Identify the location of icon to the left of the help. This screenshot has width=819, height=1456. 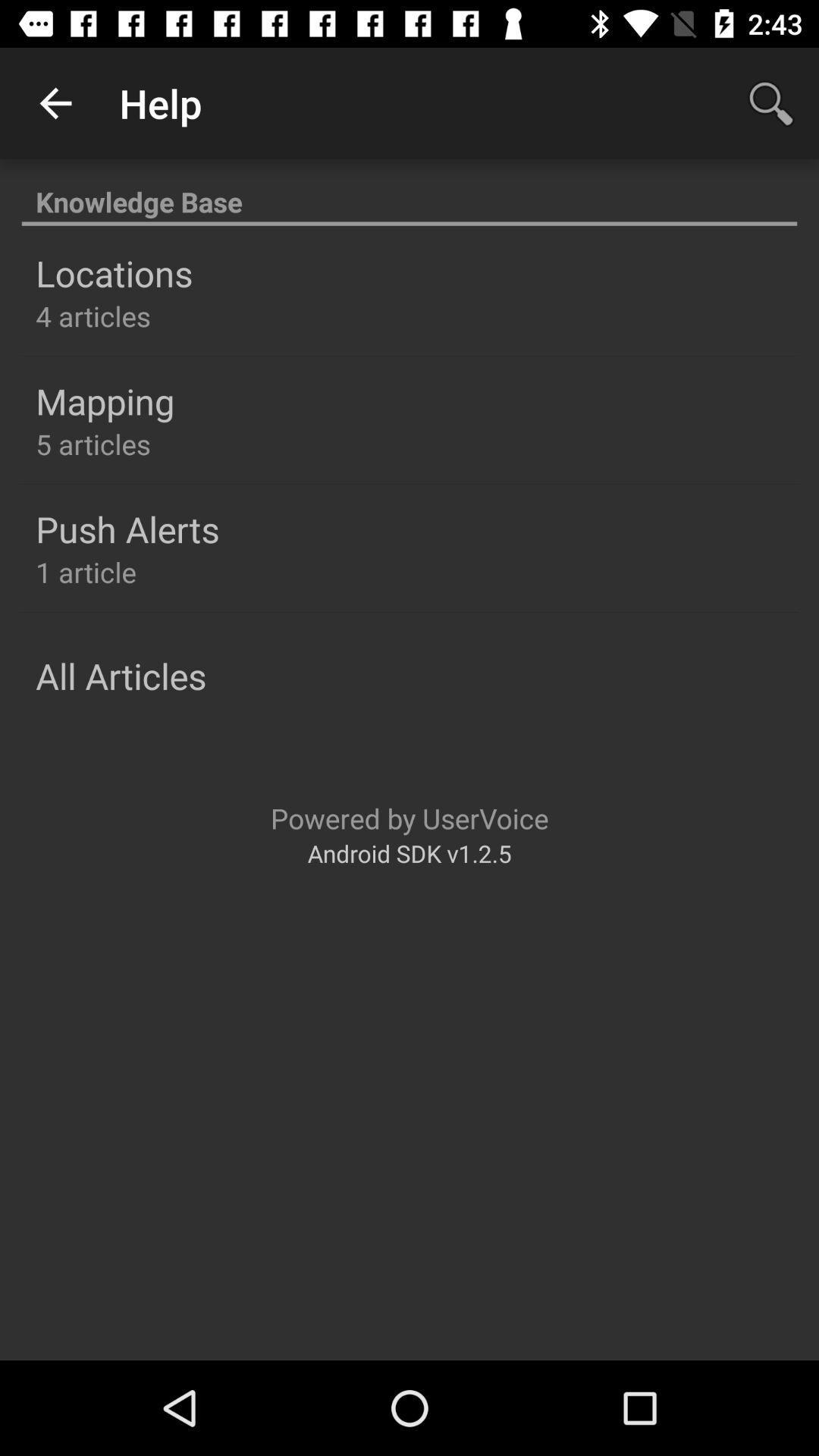
(55, 102).